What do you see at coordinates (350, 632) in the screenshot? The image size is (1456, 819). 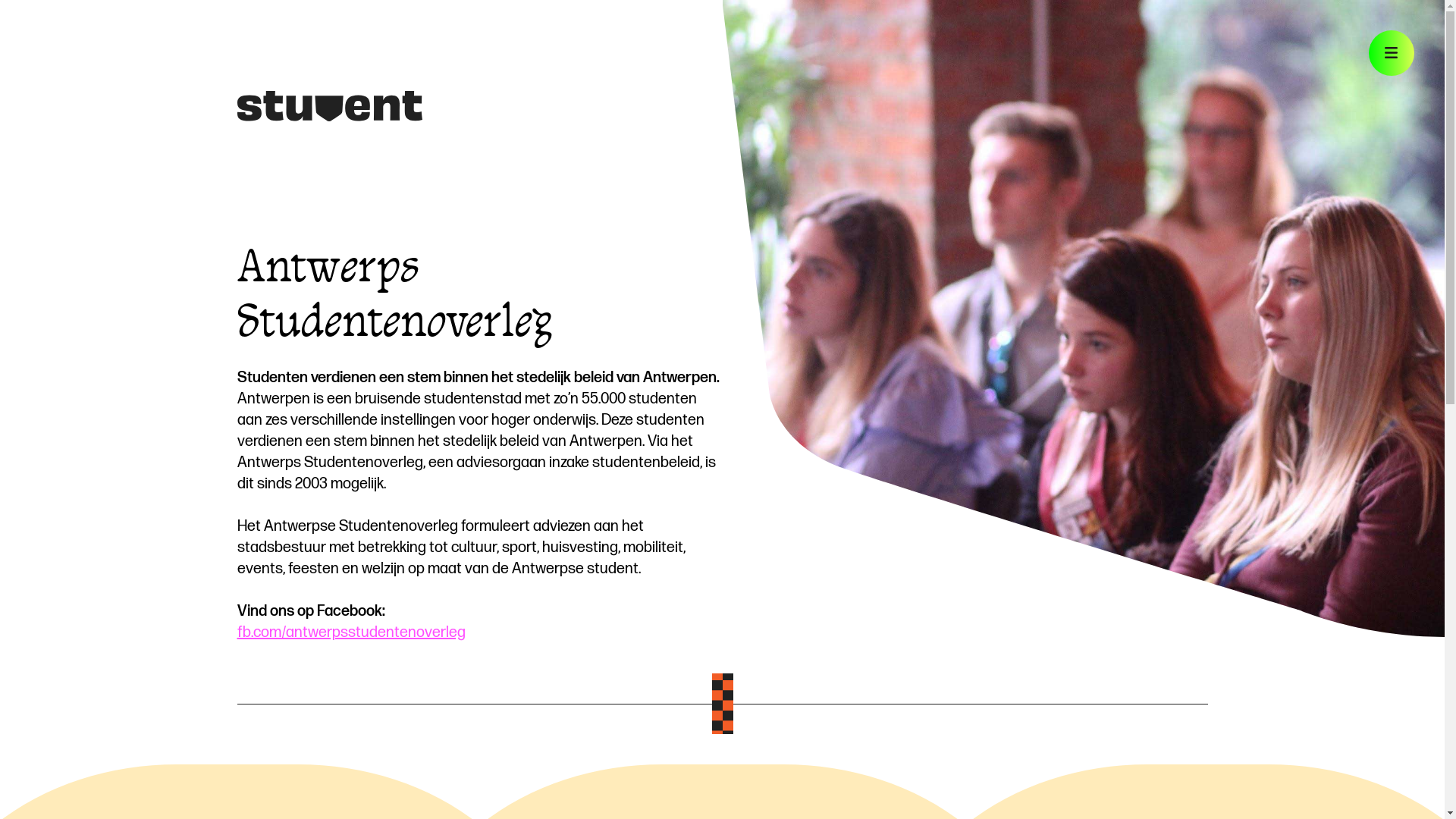 I see `'fb.com/antwerpsstudentenoverleg'` at bounding box center [350, 632].